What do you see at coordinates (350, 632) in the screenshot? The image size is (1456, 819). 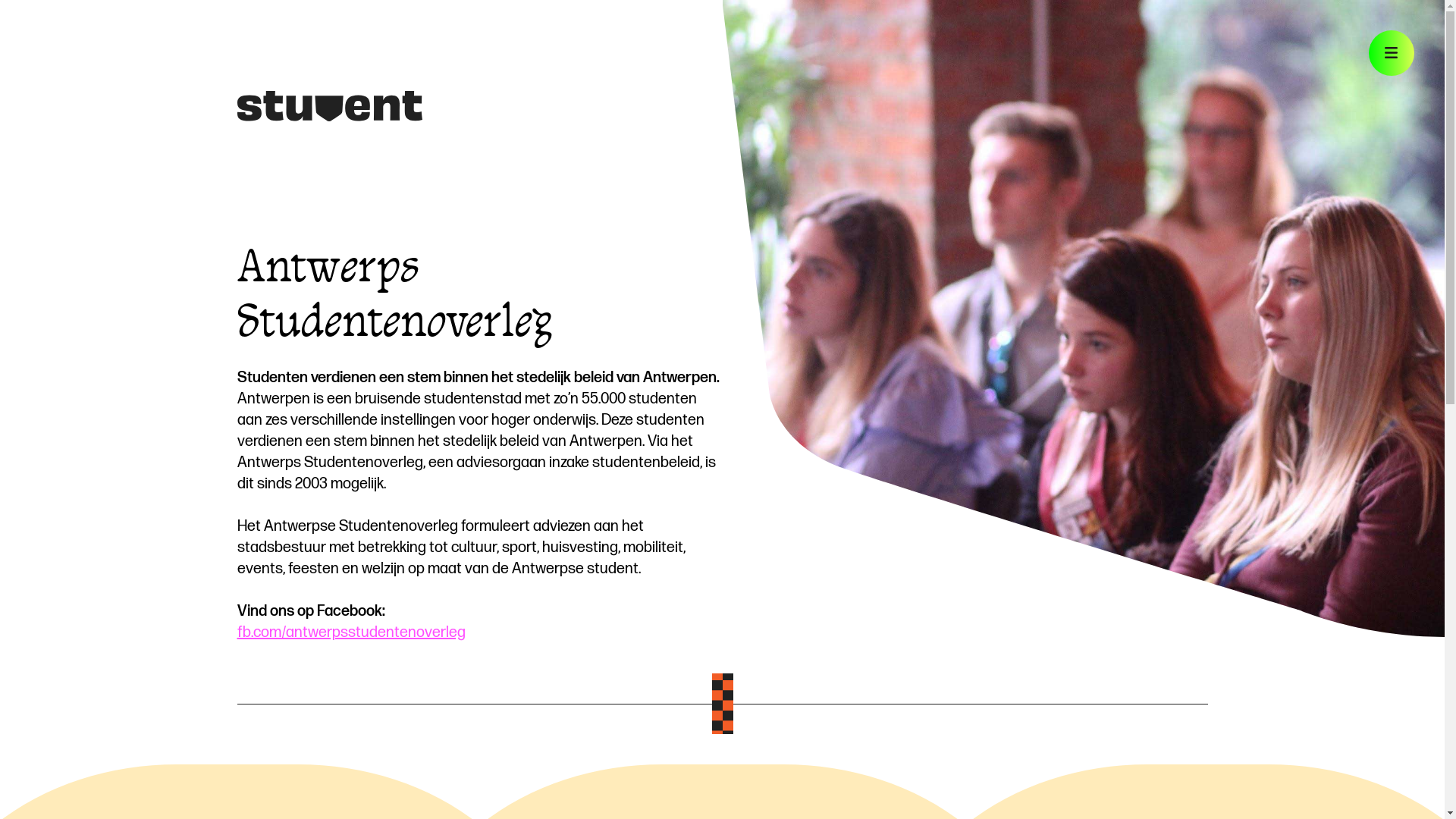 I see `'fb.com/antwerpsstudentenoverleg'` at bounding box center [350, 632].